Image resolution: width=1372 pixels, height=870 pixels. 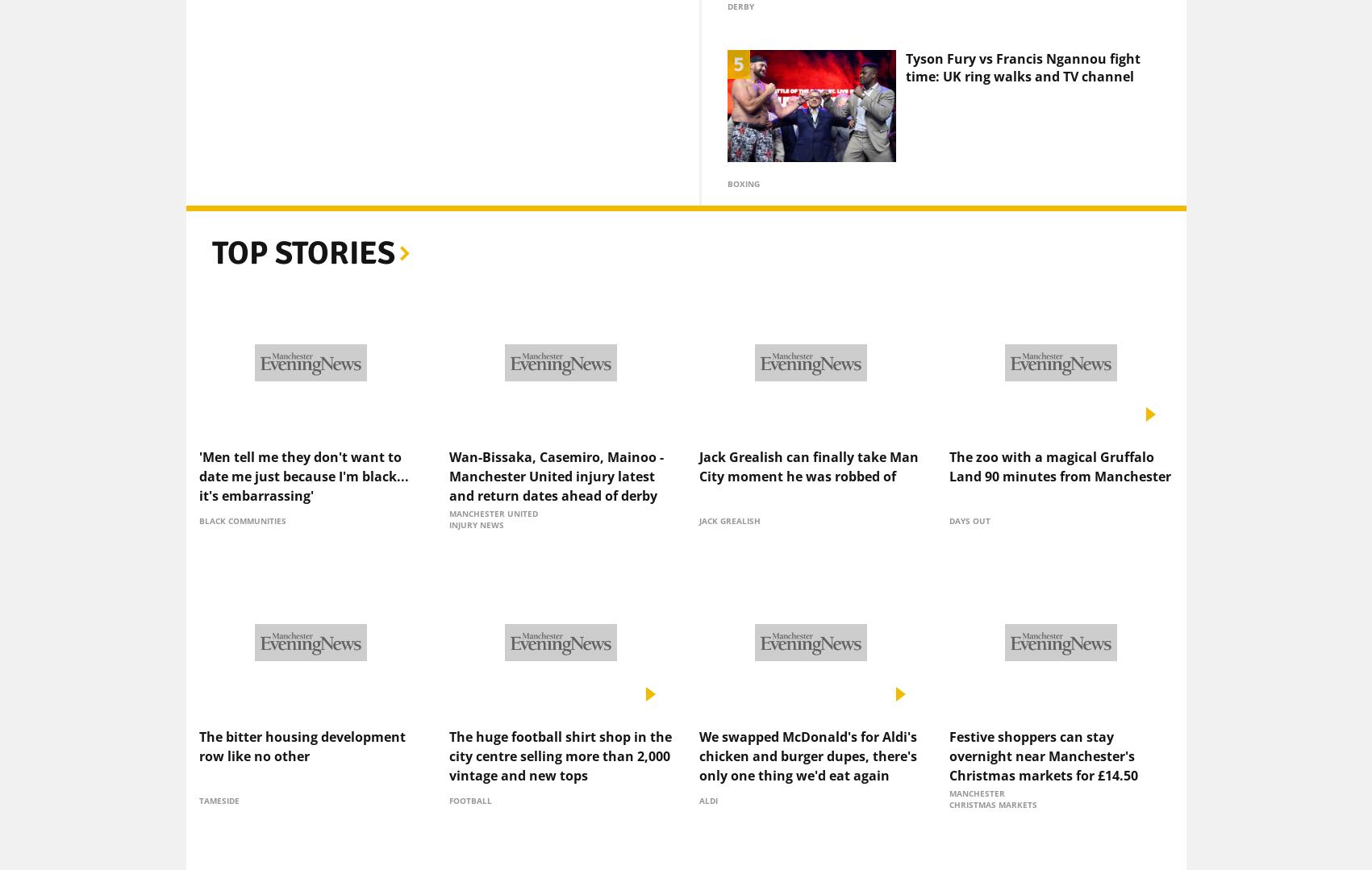 I want to click on 'Jack Grealish', so click(x=728, y=493).